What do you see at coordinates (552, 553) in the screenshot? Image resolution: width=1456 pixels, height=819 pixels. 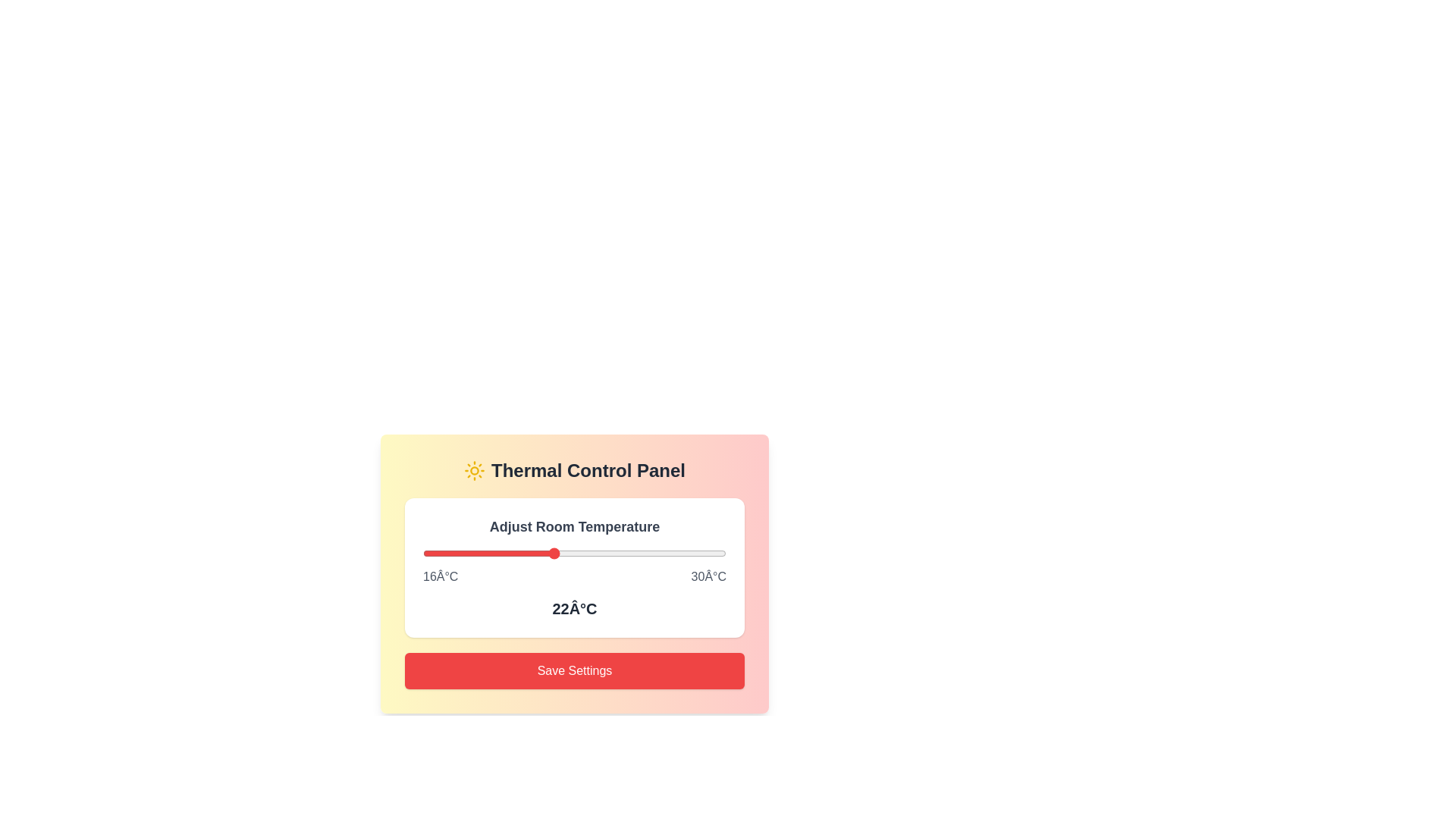 I see `the temperature slider to 22°C` at bounding box center [552, 553].